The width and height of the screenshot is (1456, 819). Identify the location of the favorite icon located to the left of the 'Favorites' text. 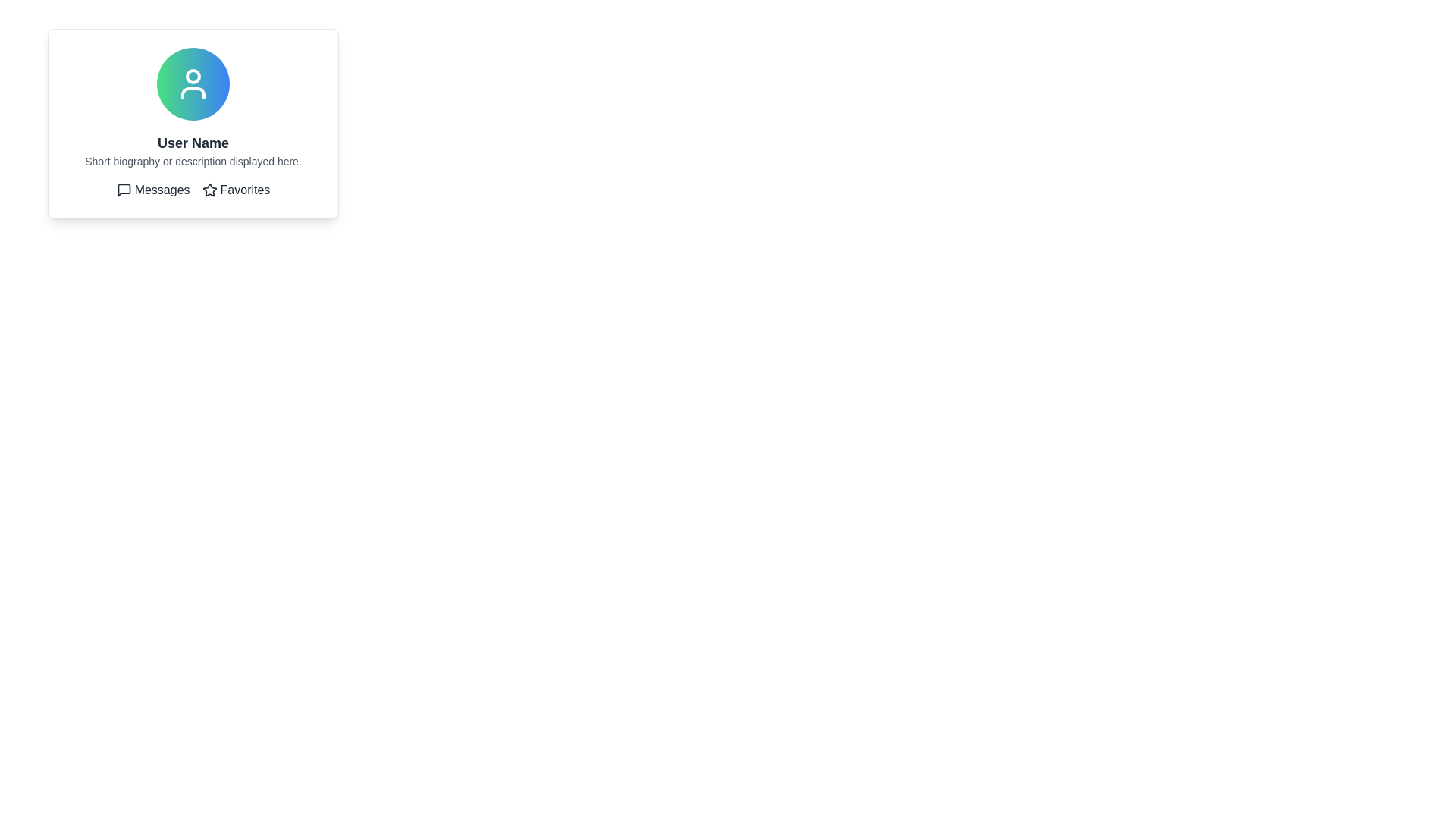
(209, 189).